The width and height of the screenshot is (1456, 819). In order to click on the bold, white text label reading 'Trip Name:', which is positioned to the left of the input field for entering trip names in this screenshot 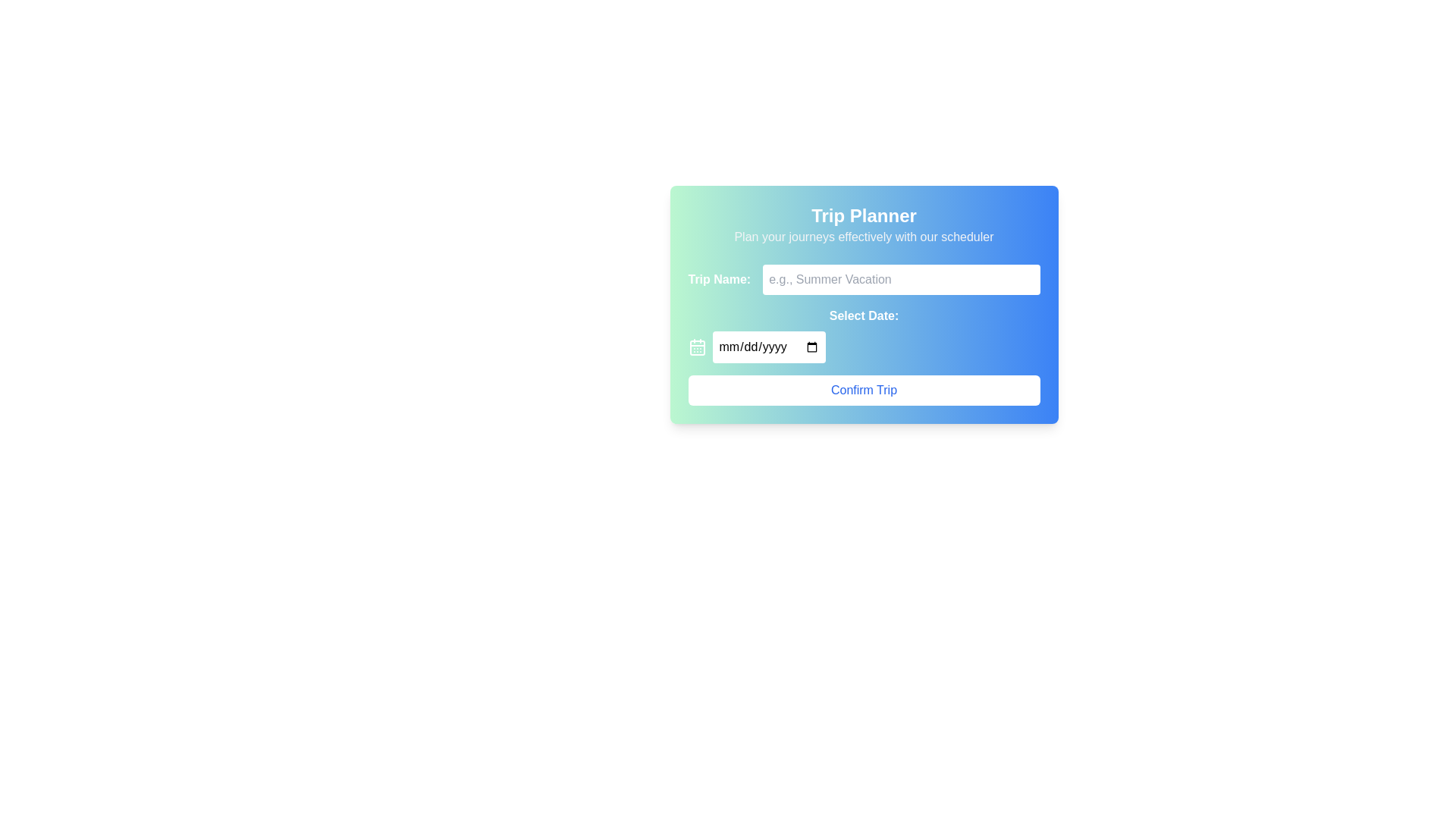, I will do `click(718, 280)`.